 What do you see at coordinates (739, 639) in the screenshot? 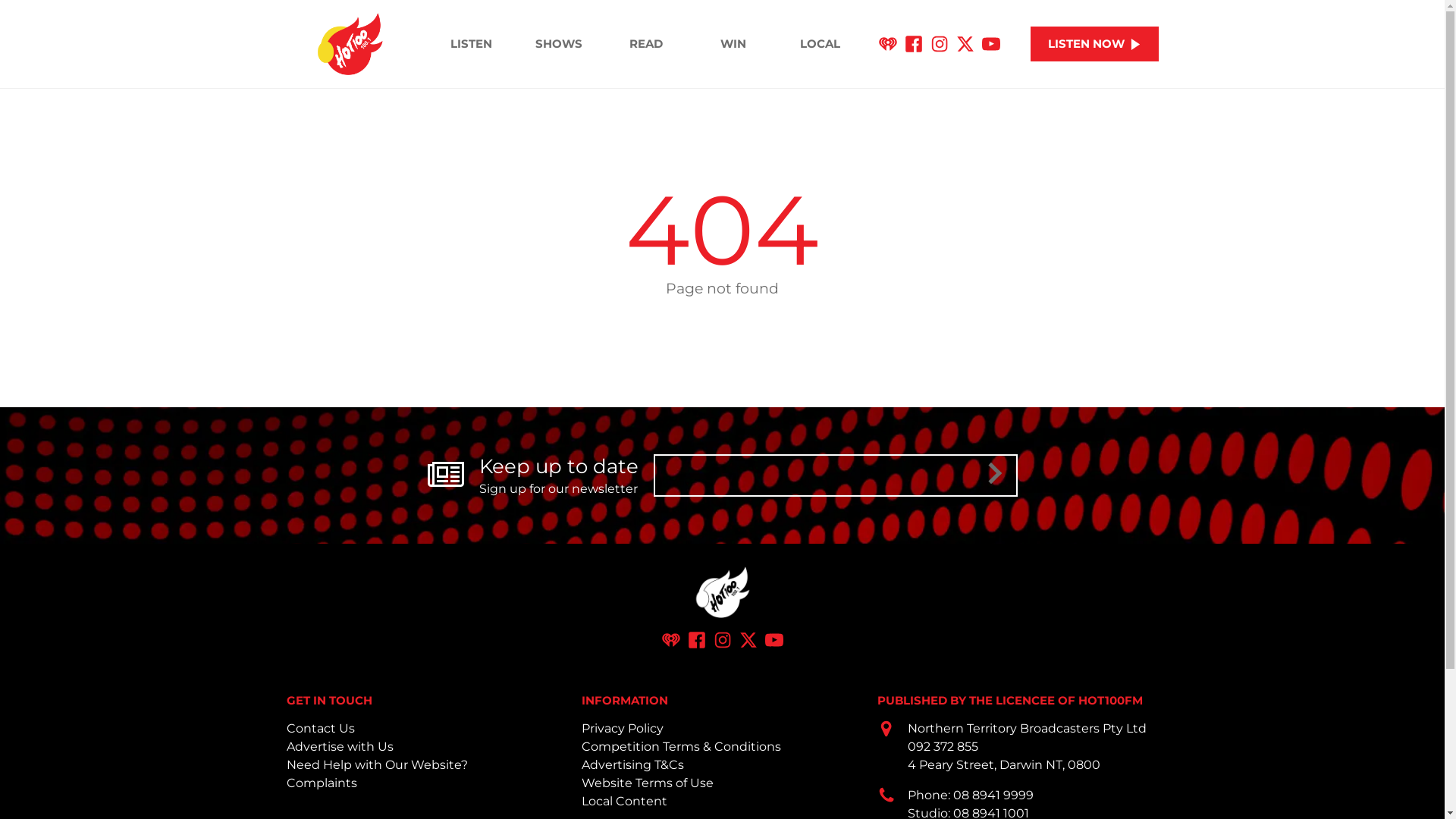
I see `'Twitter/X'` at bounding box center [739, 639].